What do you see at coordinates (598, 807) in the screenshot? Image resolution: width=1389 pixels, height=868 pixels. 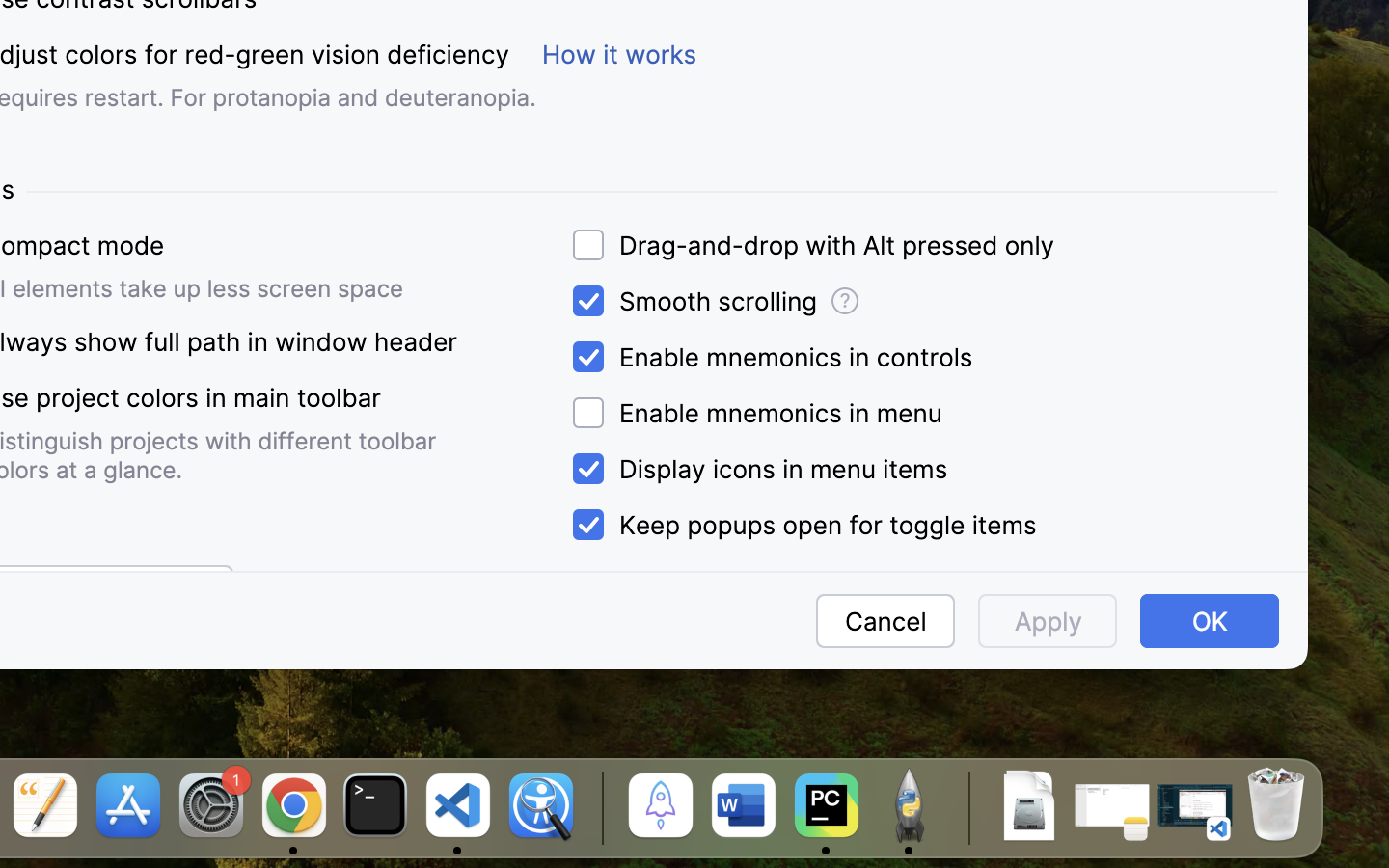 I see `'0.4285714328289032'` at bounding box center [598, 807].